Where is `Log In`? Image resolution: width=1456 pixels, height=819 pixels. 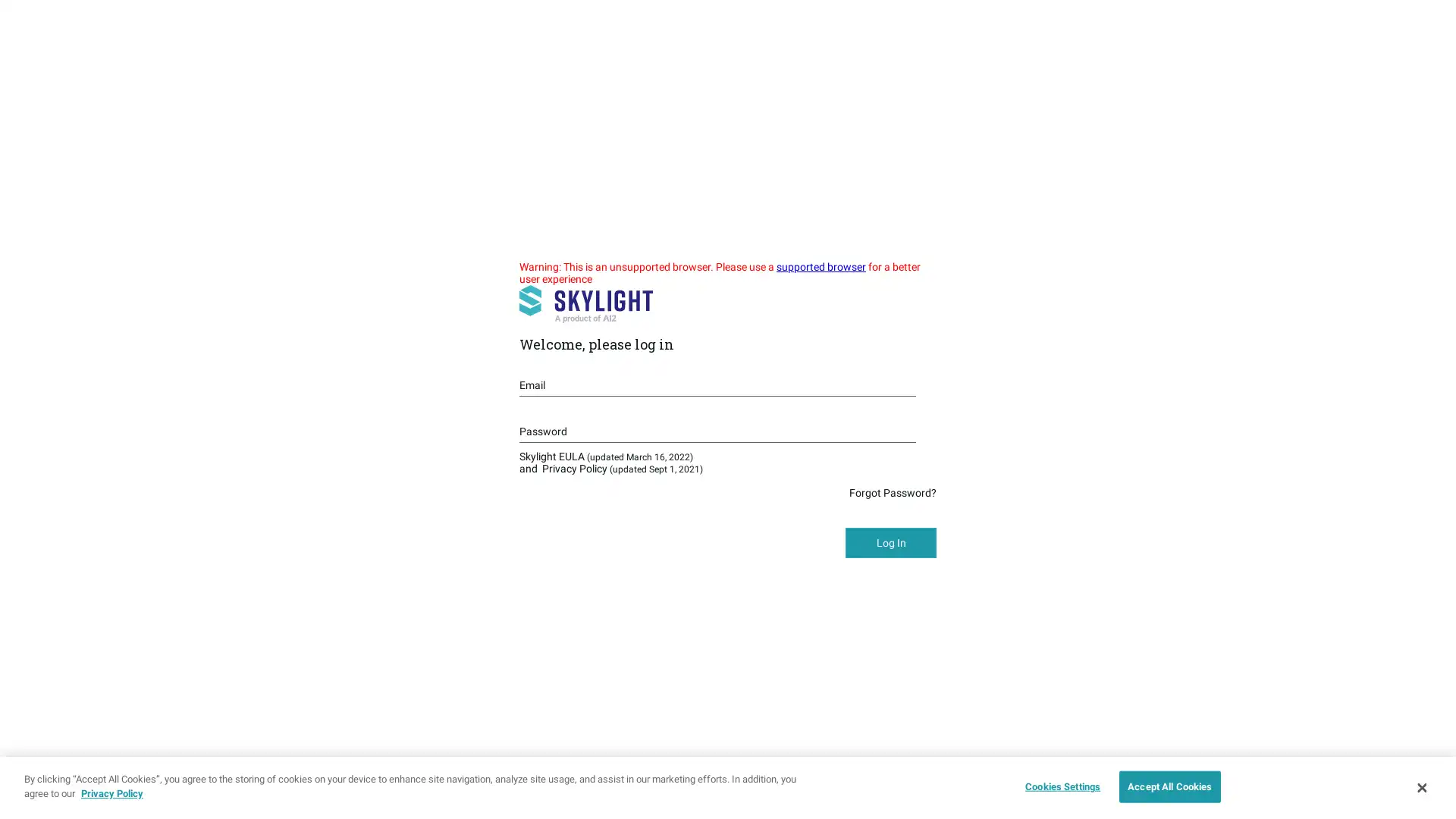 Log In is located at coordinates (891, 542).